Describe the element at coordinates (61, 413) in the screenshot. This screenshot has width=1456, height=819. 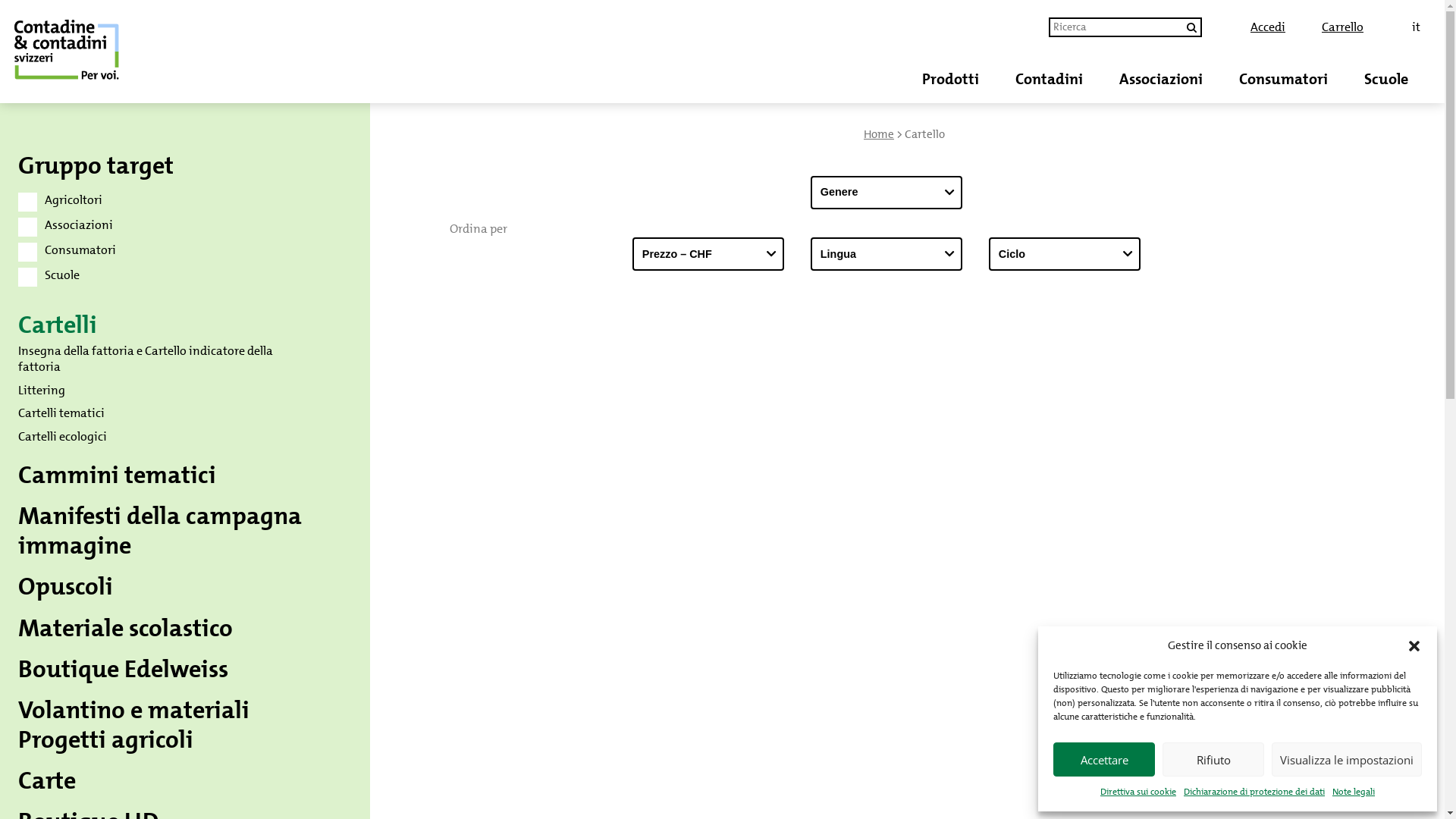
I see `'Cartelli tematici'` at that location.